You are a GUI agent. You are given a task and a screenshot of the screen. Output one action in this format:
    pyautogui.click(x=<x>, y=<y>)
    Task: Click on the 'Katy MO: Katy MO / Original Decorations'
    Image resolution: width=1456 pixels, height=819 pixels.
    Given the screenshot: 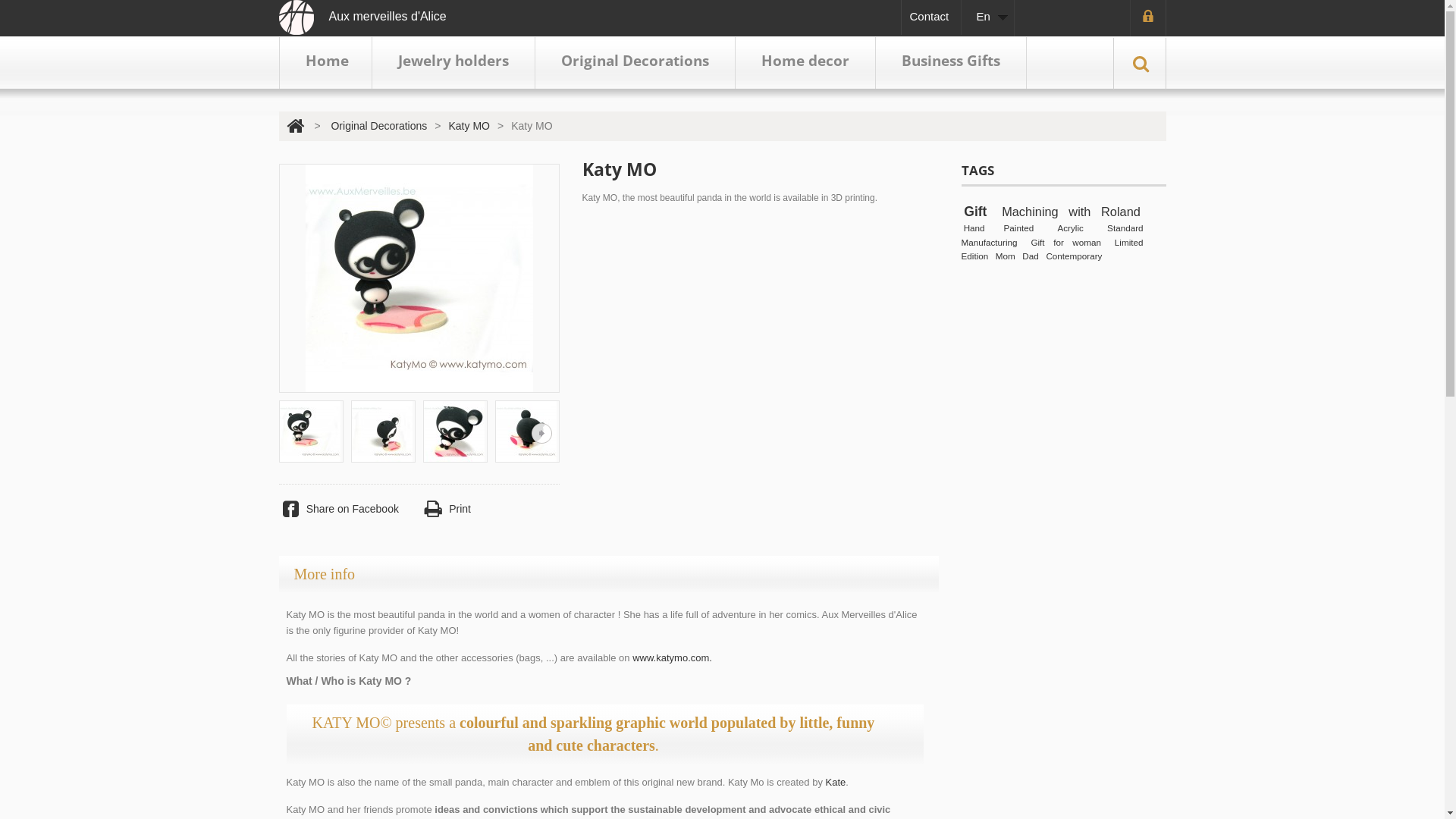 What is the action you would take?
    pyautogui.click(x=310, y=431)
    